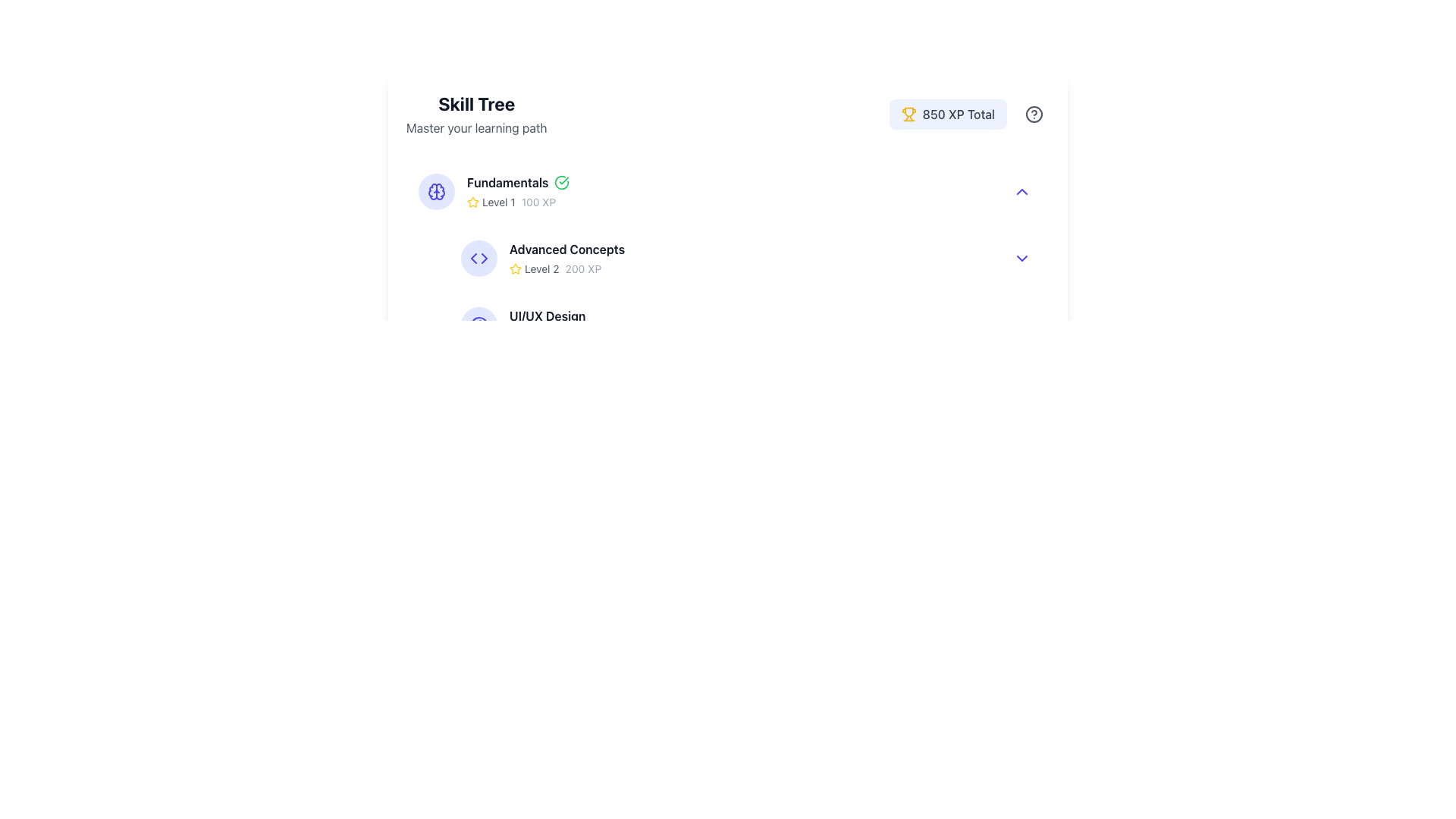 This screenshot has width=1456, height=819. I want to click on the design of the circular icon with a light indigo background and a brain-like symbol, located to the left of the 'Fundamentals Level 1 100 XP' text block, so click(436, 191).